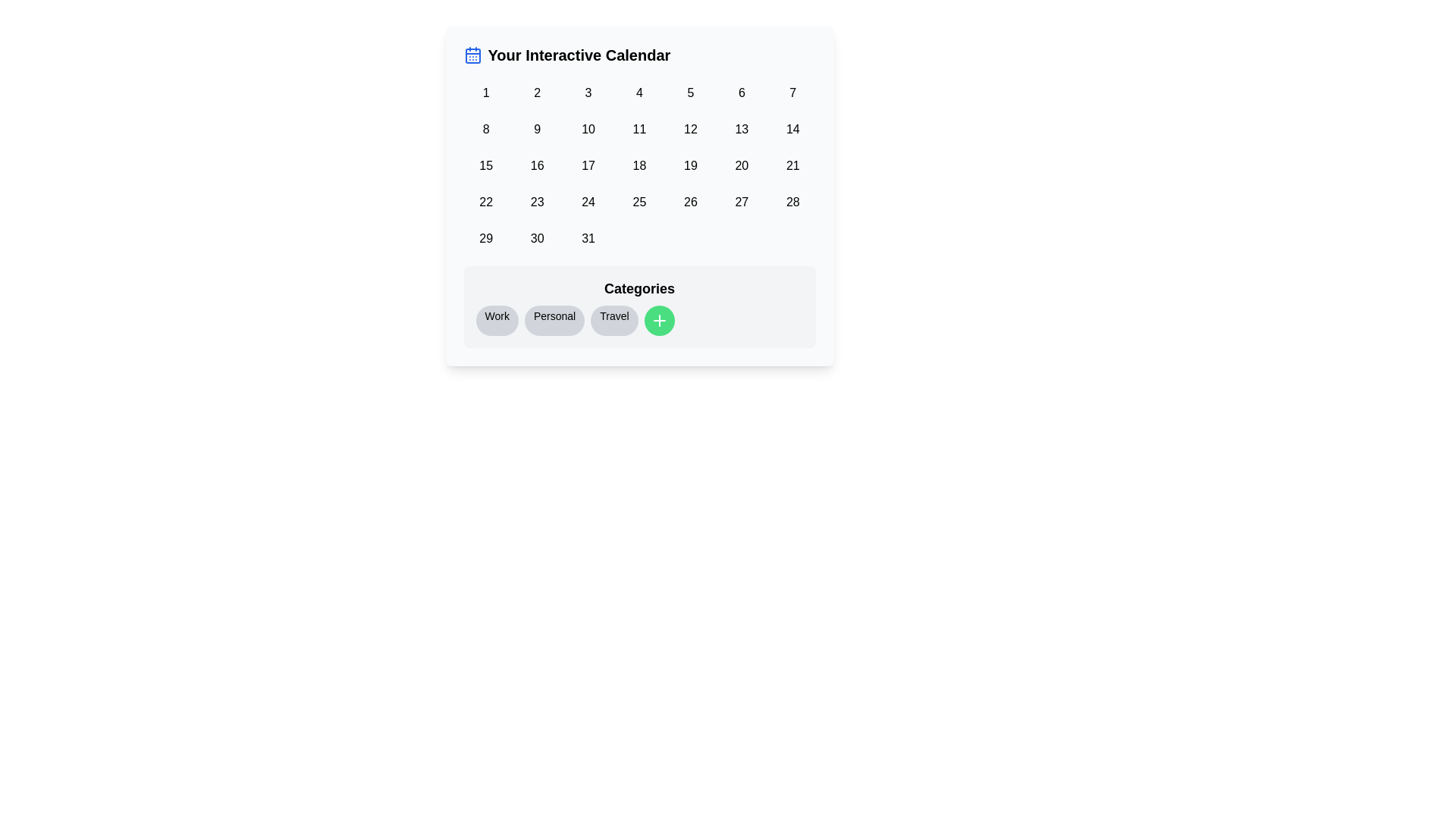 This screenshot has height=819, width=1456. Describe the element at coordinates (792, 93) in the screenshot. I see `the button representing the 7th day in the calendar interface` at that location.